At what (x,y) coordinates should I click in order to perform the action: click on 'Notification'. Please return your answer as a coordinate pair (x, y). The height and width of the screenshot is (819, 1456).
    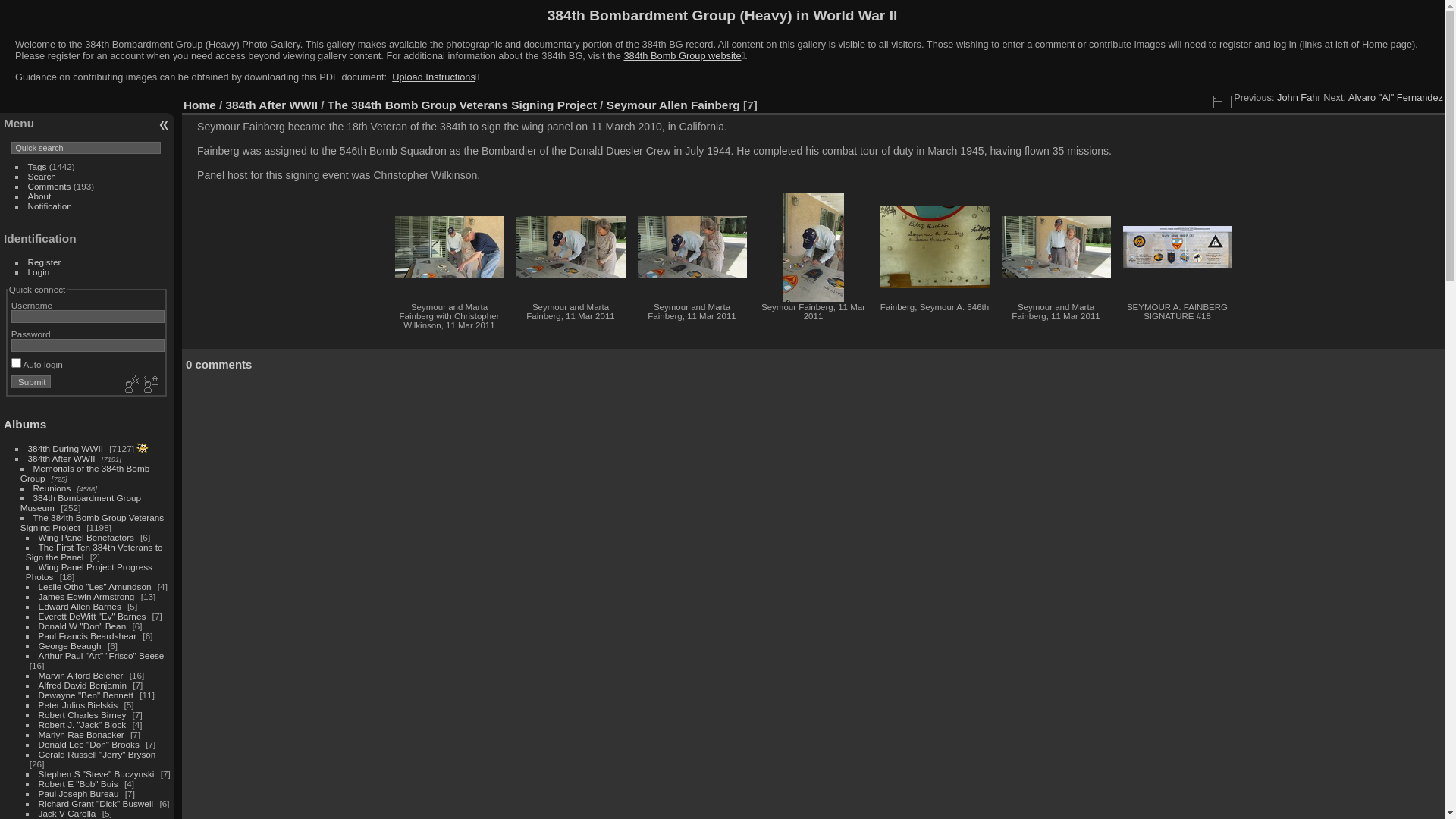
    Looking at the image, I should click on (28, 206).